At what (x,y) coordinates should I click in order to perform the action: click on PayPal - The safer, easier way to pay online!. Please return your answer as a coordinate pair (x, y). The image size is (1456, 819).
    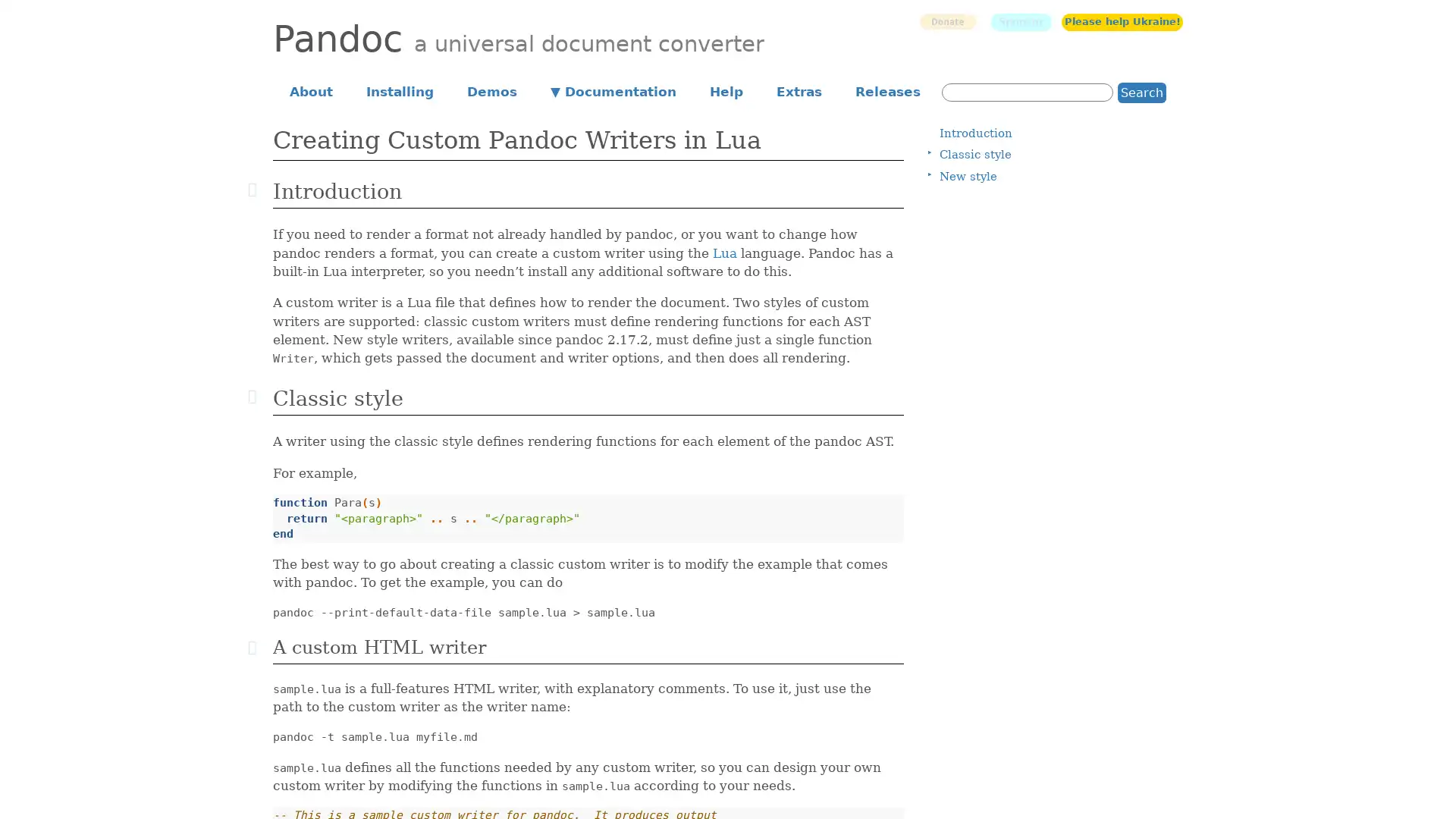
    Looking at the image, I should click on (946, 21).